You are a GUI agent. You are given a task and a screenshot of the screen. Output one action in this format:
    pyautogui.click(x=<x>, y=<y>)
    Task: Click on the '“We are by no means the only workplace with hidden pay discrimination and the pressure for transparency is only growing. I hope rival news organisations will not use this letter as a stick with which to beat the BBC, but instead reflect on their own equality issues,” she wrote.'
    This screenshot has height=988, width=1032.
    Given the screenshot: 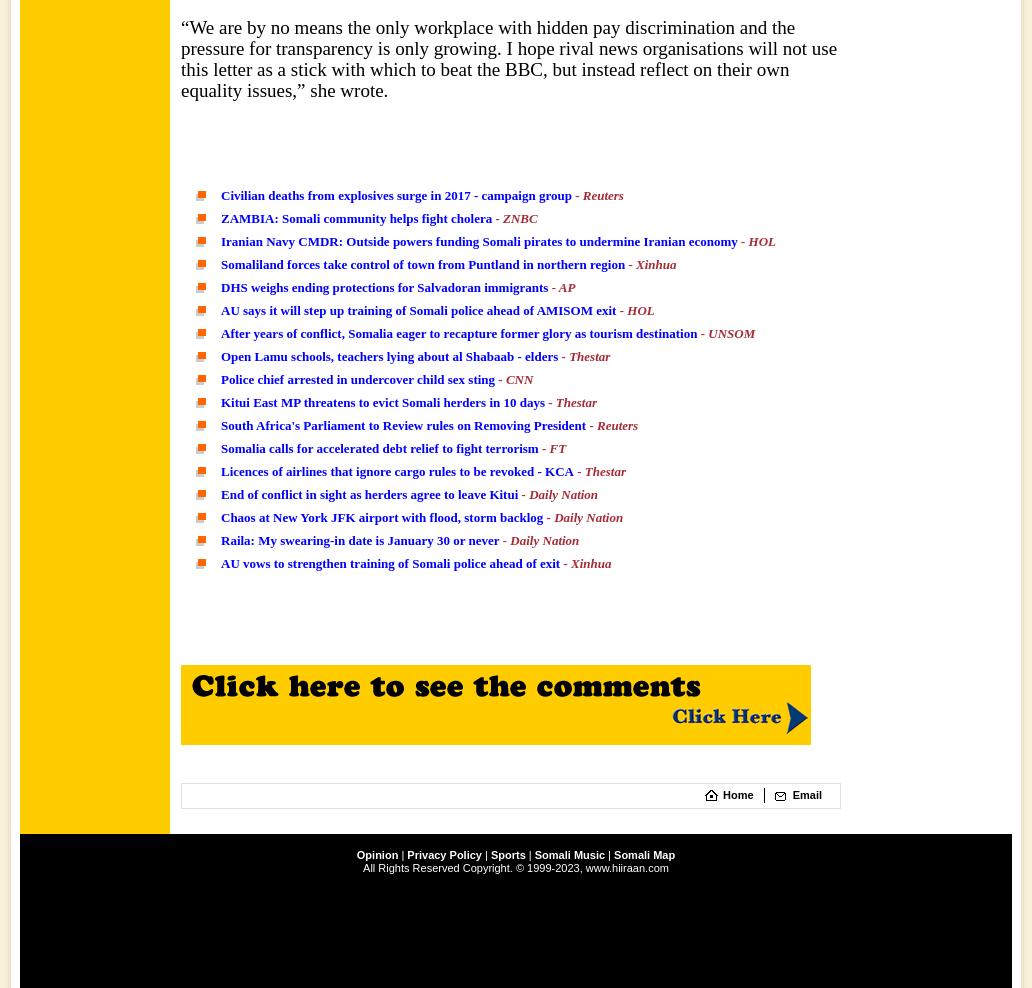 What is the action you would take?
    pyautogui.click(x=507, y=57)
    